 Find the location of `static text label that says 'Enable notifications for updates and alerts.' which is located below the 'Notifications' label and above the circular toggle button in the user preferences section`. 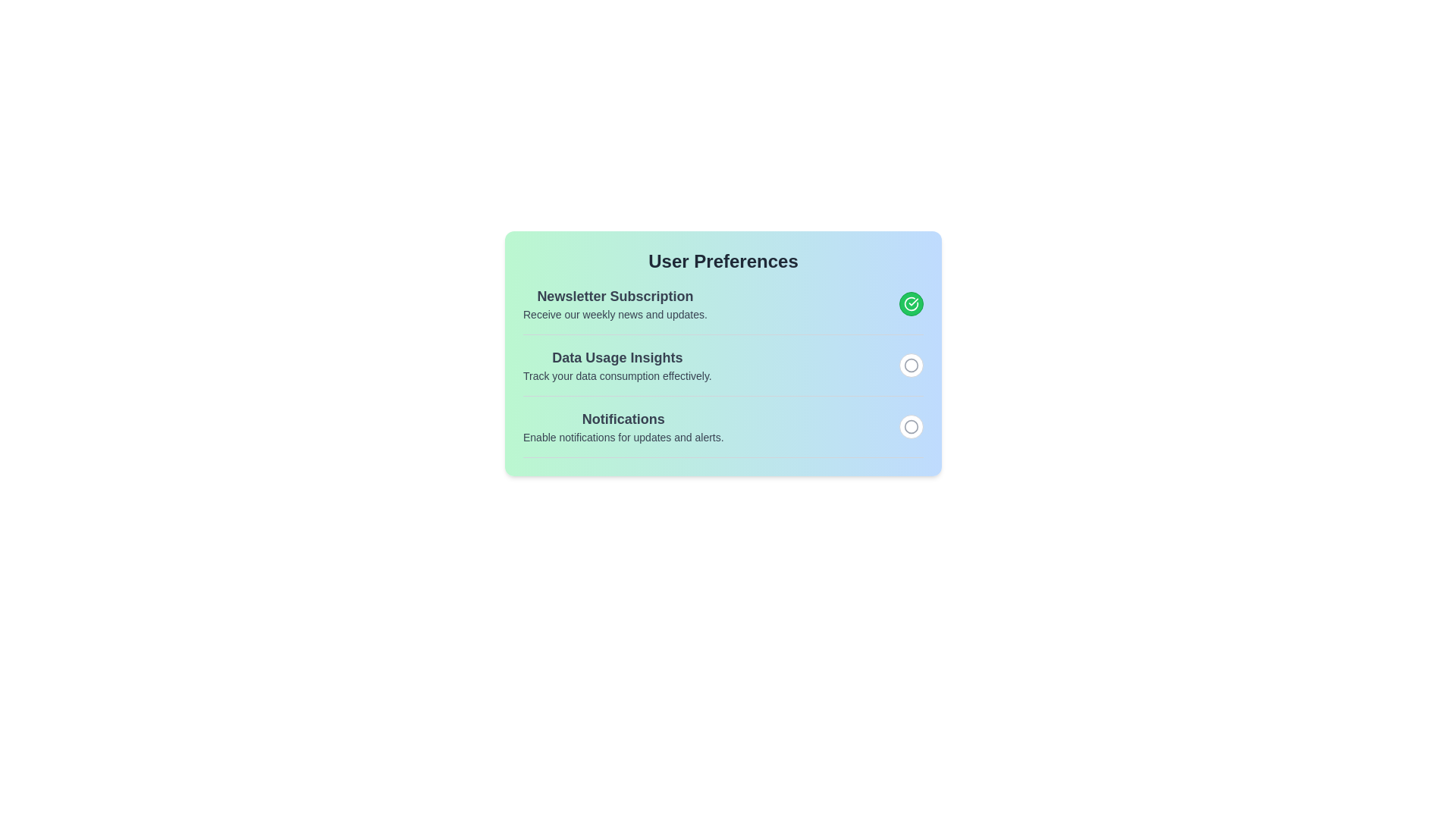

static text label that says 'Enable notifications for updates and alerts.' which is located below the 'Notifications' label and above the circular toggle button in the user preferences section is located at coordinates (623, 438).